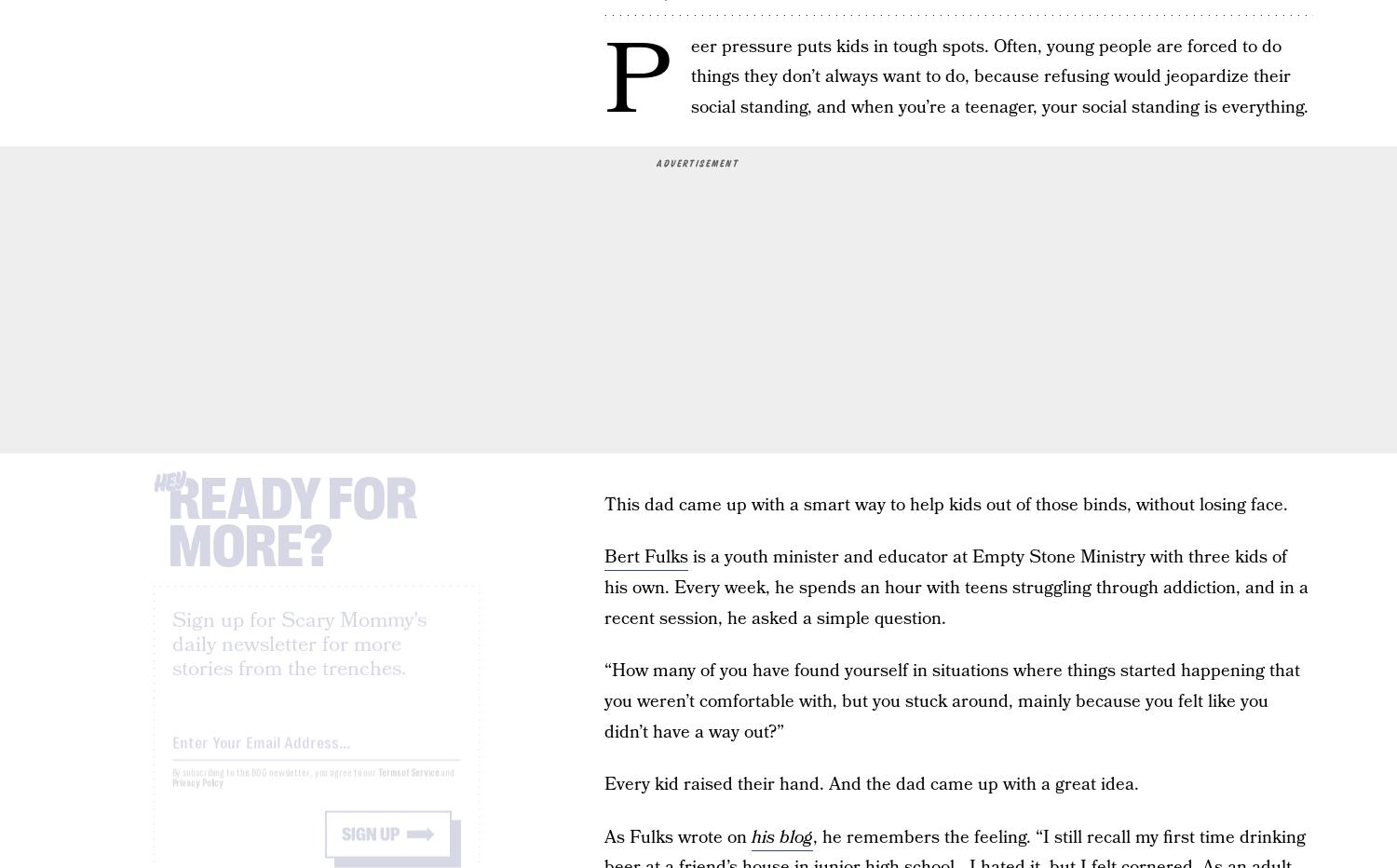 The width and height of the screenshot is (1397, 868). Describe the element at coordinates (645, 556) in the screenshot. I see `'Bert Fulks'` at that location.